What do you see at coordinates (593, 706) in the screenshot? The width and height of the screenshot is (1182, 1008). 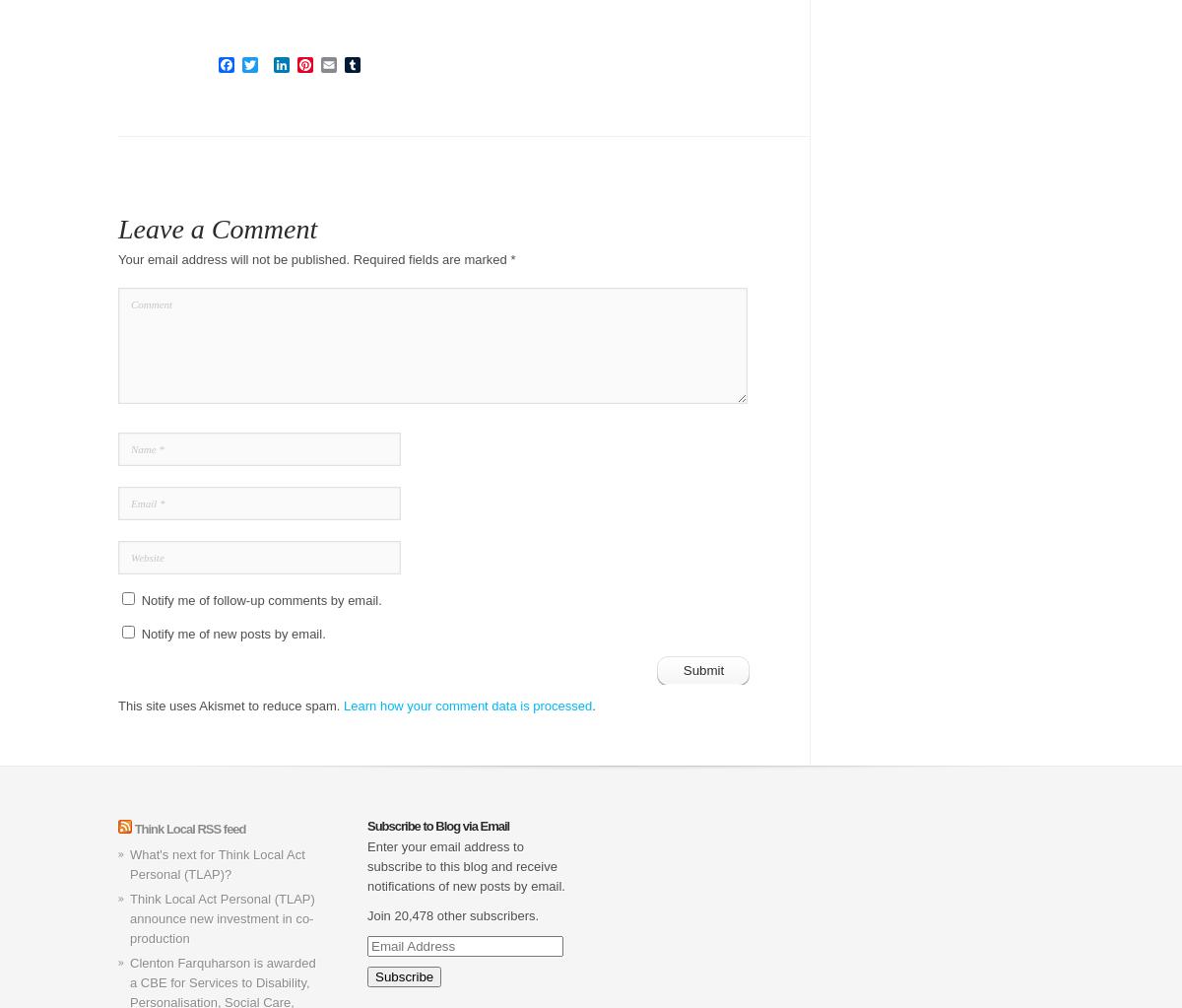 I see `'.'` at bounding box center [593, 706].